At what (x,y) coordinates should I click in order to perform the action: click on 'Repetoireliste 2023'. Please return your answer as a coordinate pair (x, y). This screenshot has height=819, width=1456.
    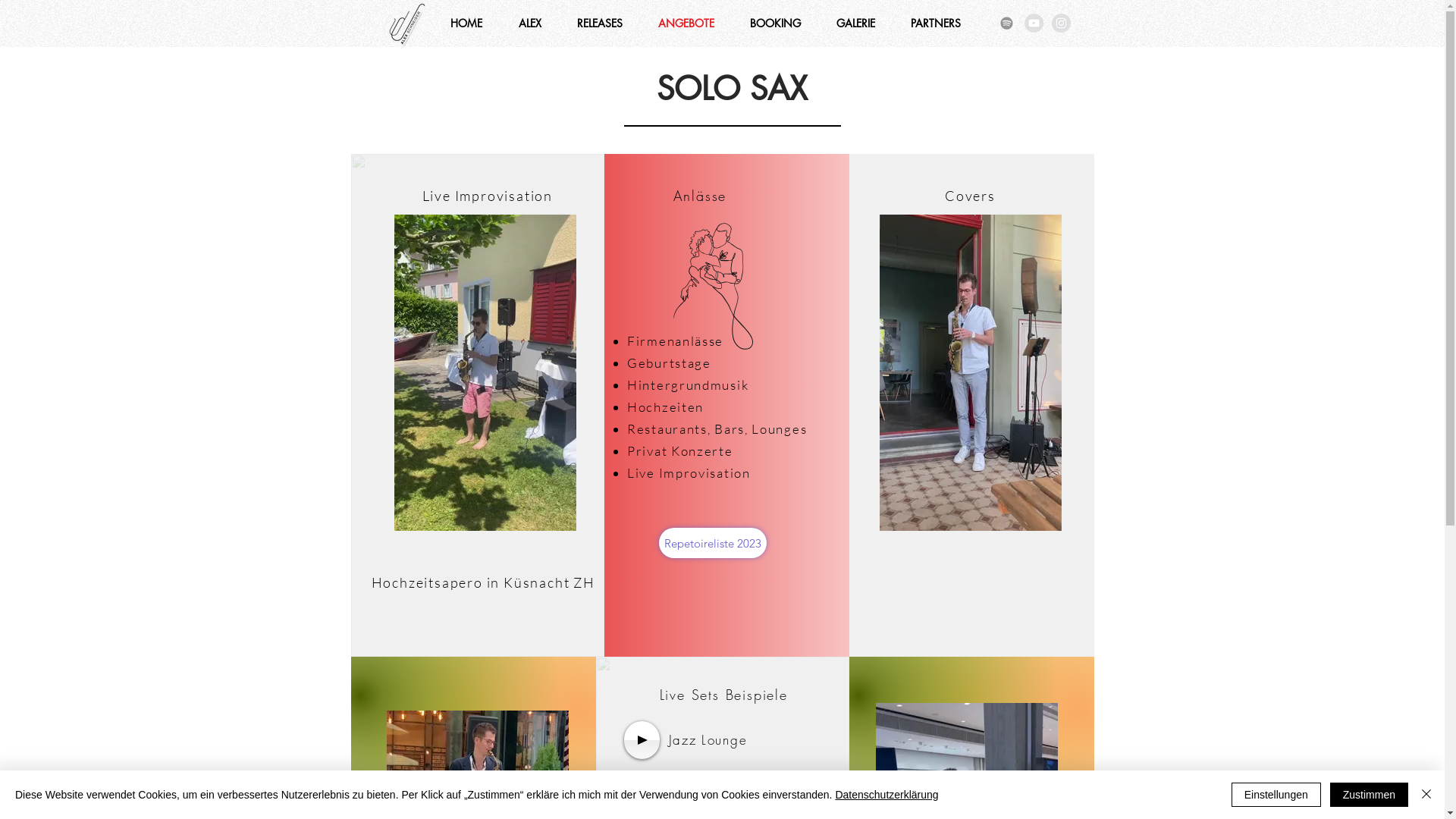
    Looking at the image, I should click on (658, 542).